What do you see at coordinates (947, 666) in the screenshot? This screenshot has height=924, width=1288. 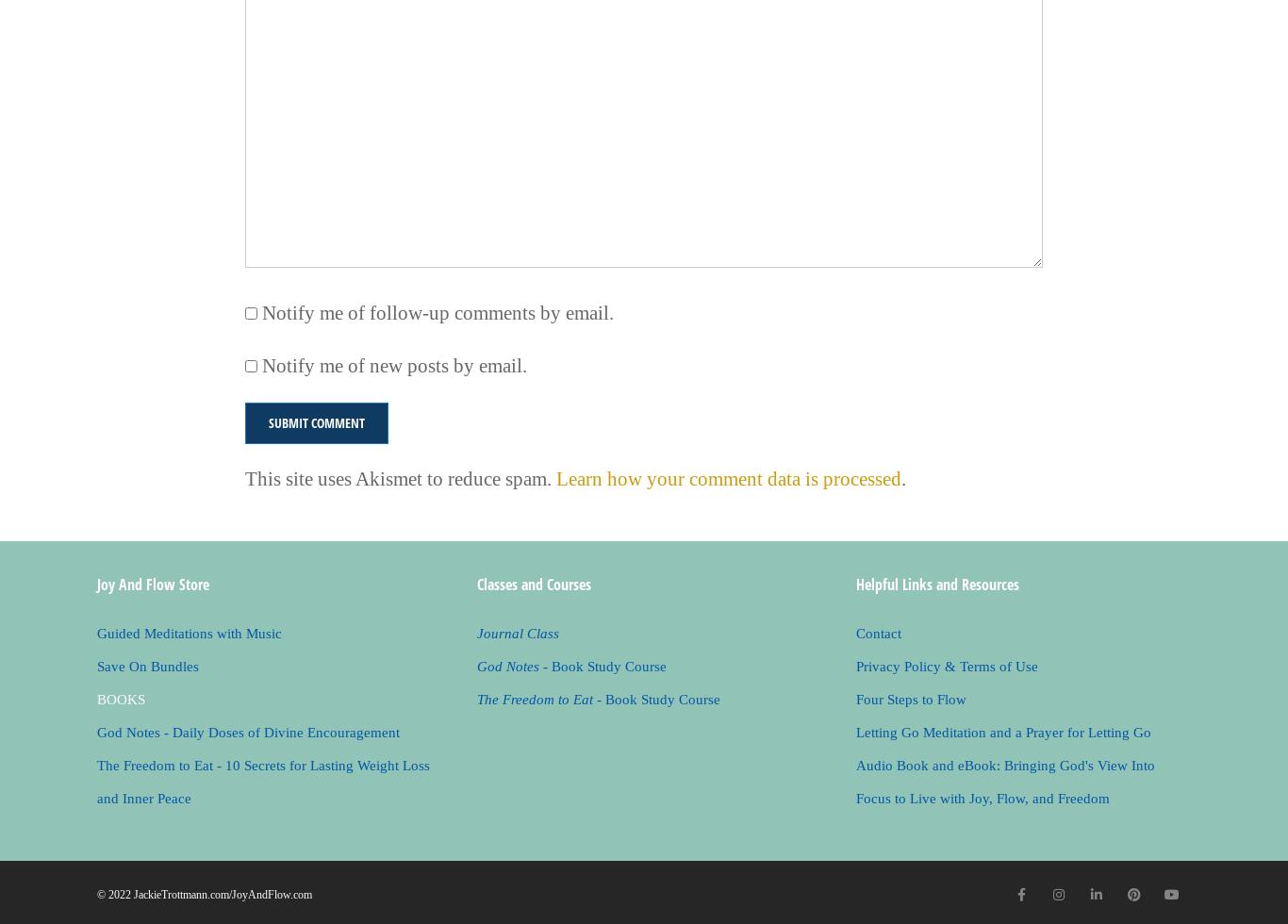 I see `'Privacy Policy & Terms of Use'` at bounding box center [947, 666].